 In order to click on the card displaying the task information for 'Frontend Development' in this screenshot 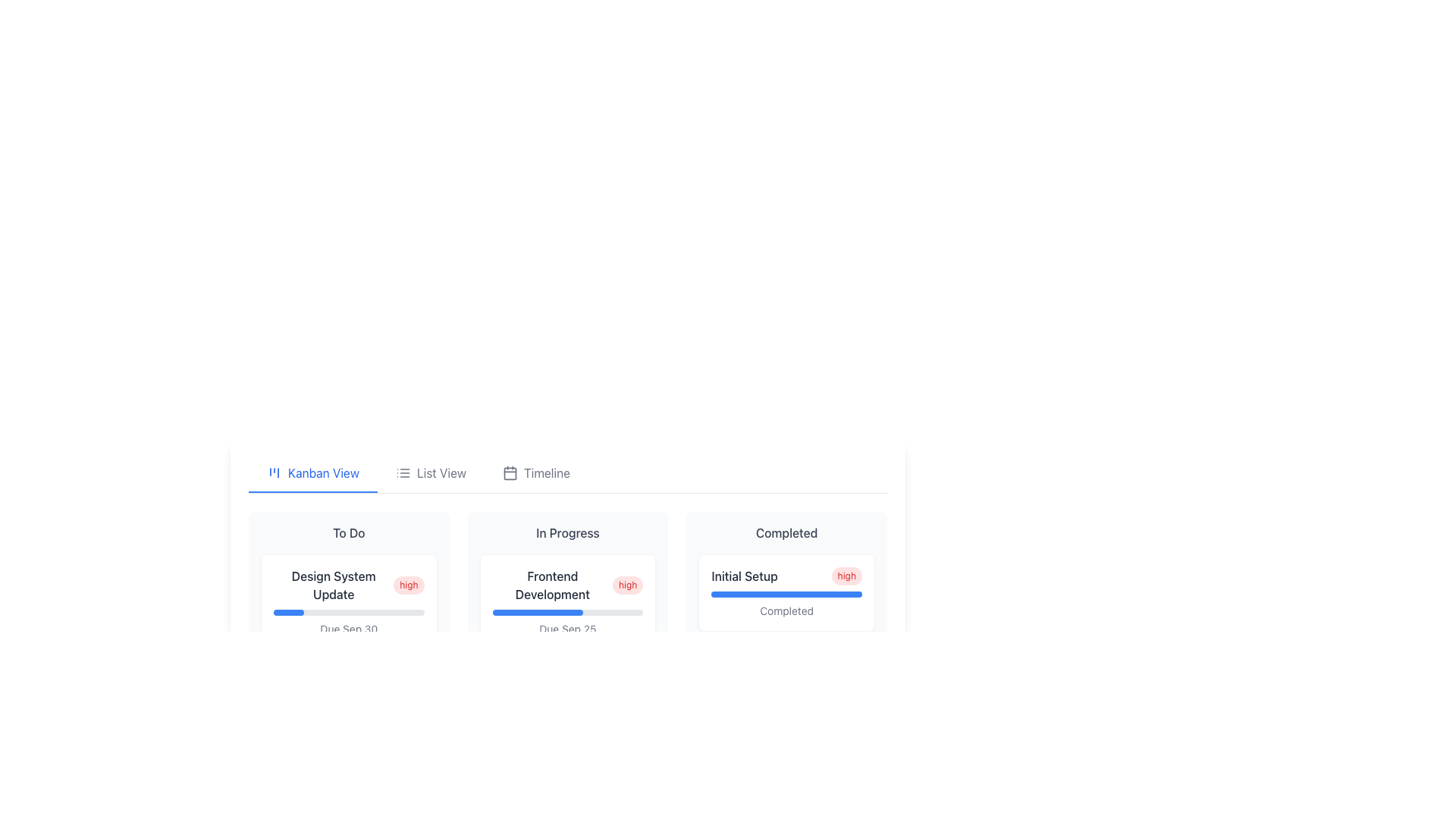, I will do `click(566, 635)`.